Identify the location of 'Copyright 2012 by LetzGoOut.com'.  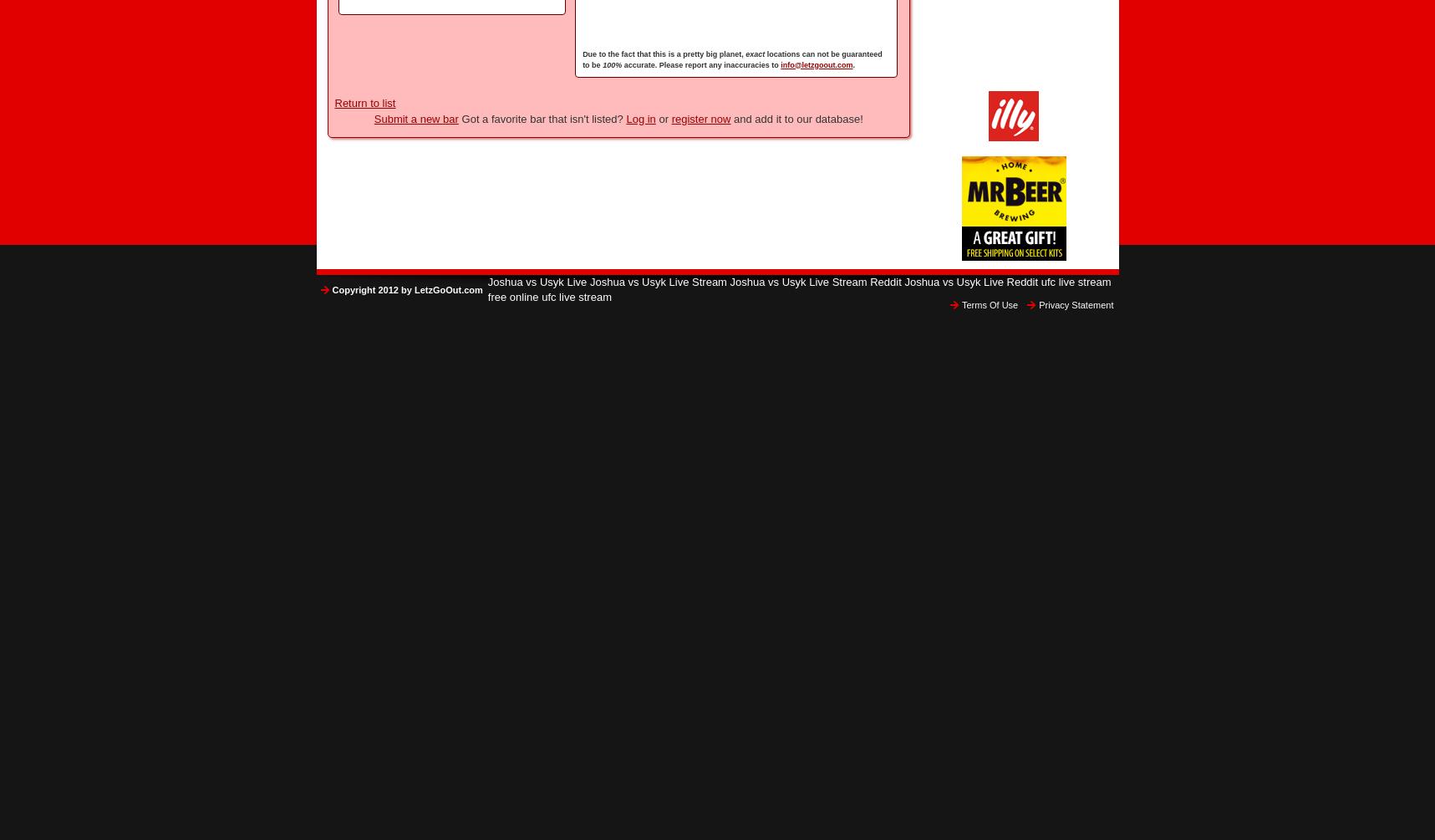
(330, 289).